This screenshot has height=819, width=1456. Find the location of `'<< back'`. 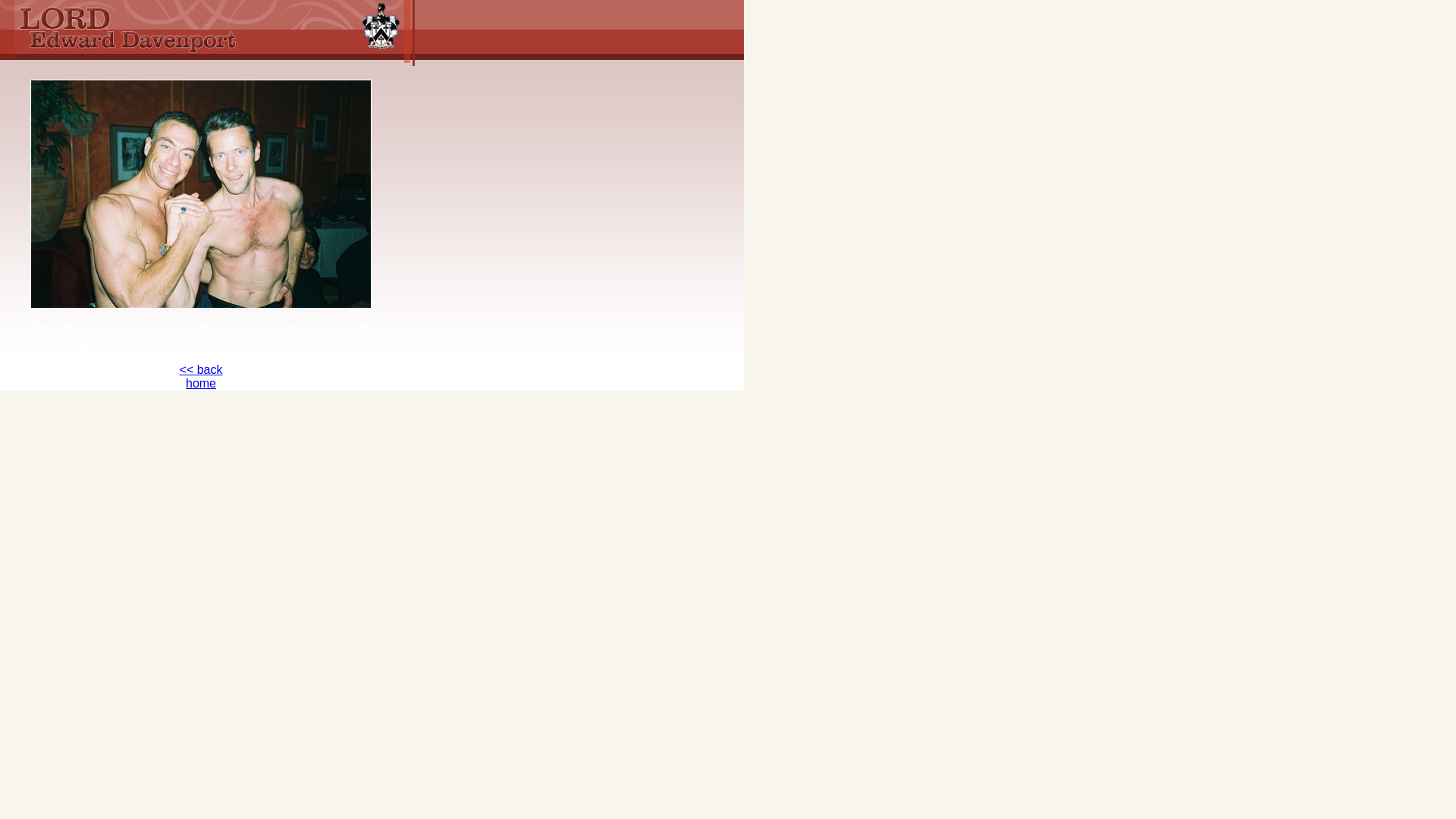

'<< back' is located at coordinates (200, 369).